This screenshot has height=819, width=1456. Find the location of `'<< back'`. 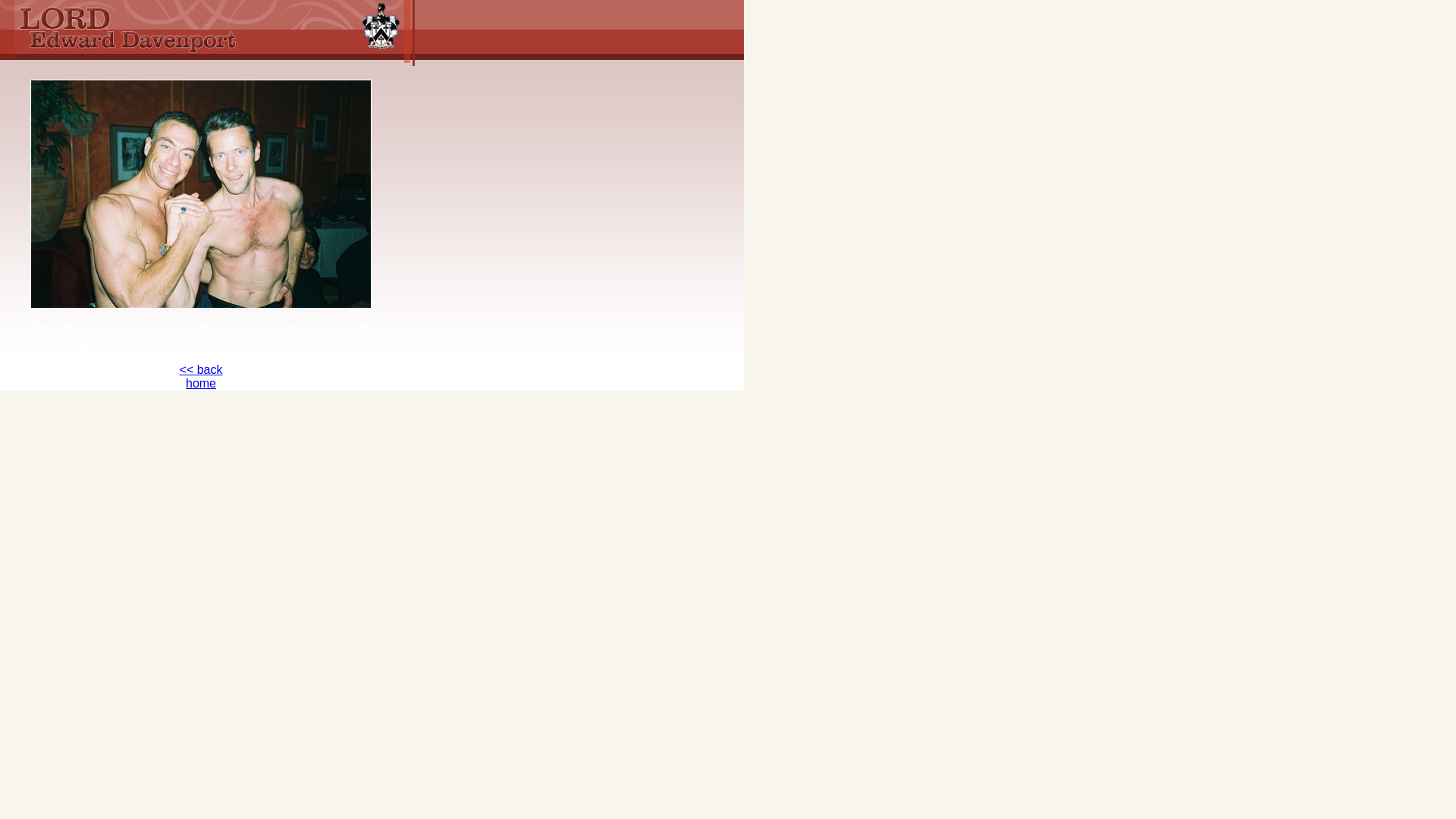

'<< back' is located at coordinates (200, 369).